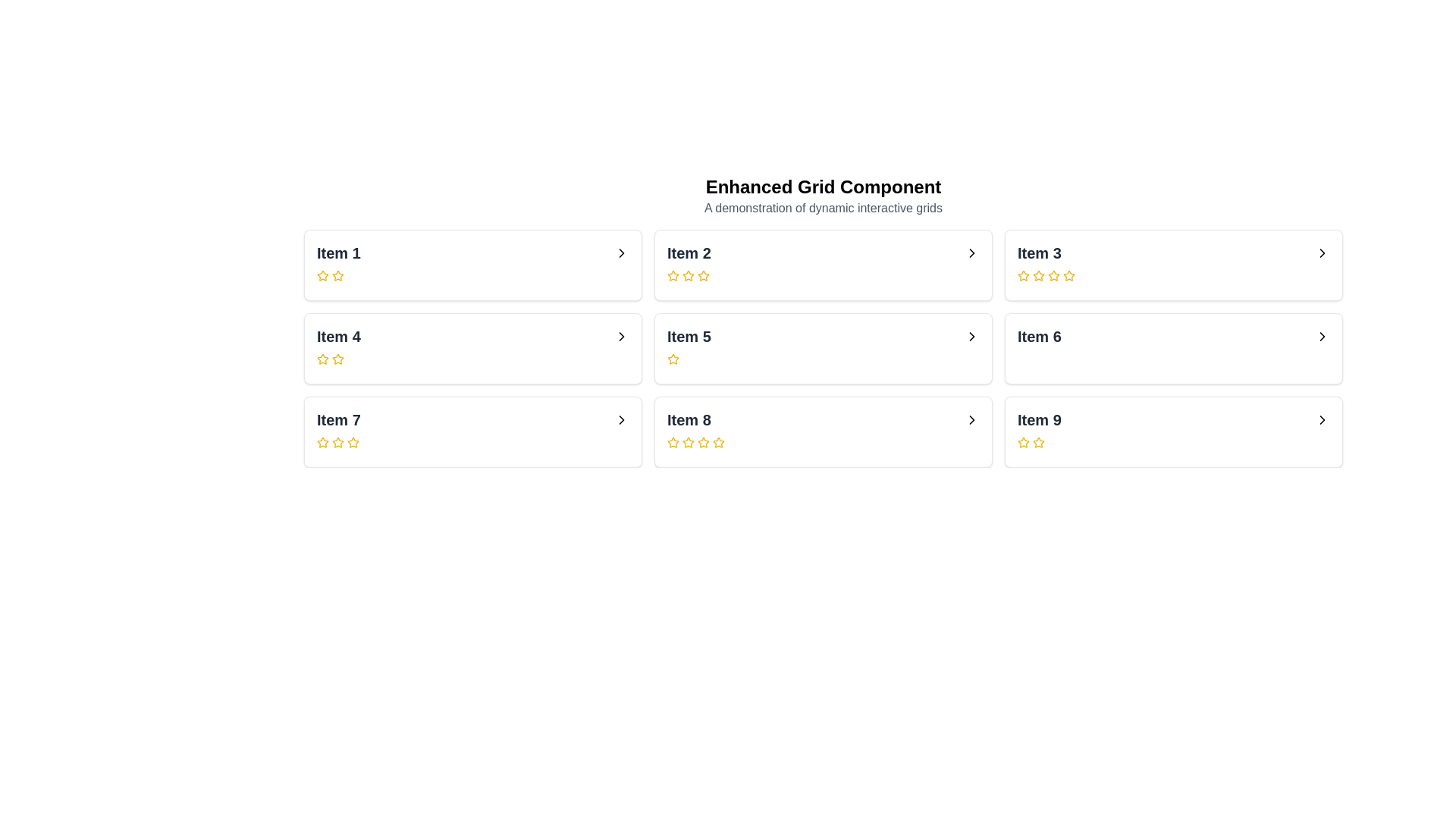 Image resolution: width=1456 pixels, height=819 pixels. I want to click on the yellow star icon for 'Item 3', so click(1023, 275).